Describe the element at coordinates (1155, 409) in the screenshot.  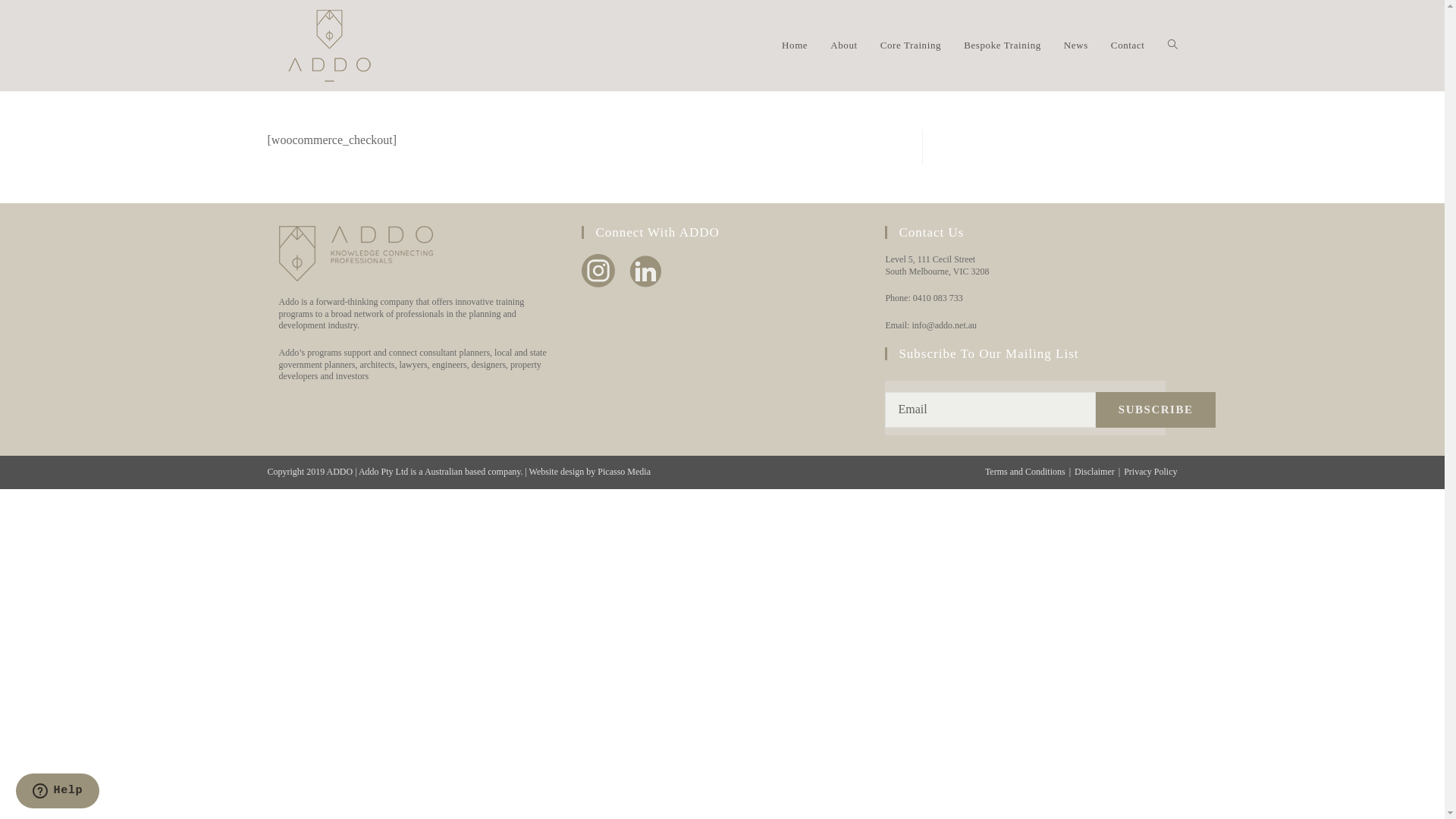
I see `'SUBSCRIBE'` at that location.